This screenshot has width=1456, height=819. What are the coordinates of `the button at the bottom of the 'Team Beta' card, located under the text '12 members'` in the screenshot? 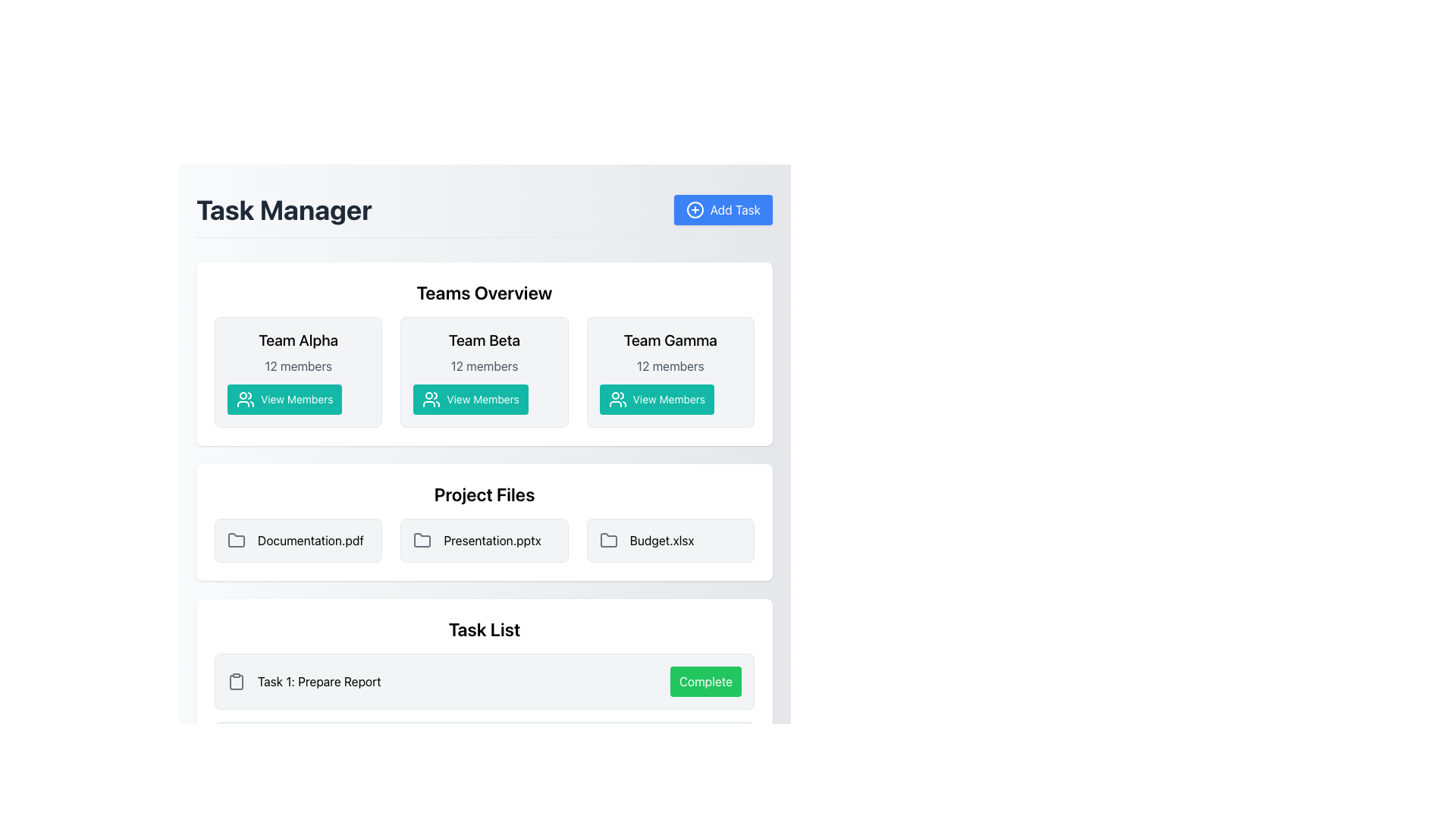 It's located at (470, 399).